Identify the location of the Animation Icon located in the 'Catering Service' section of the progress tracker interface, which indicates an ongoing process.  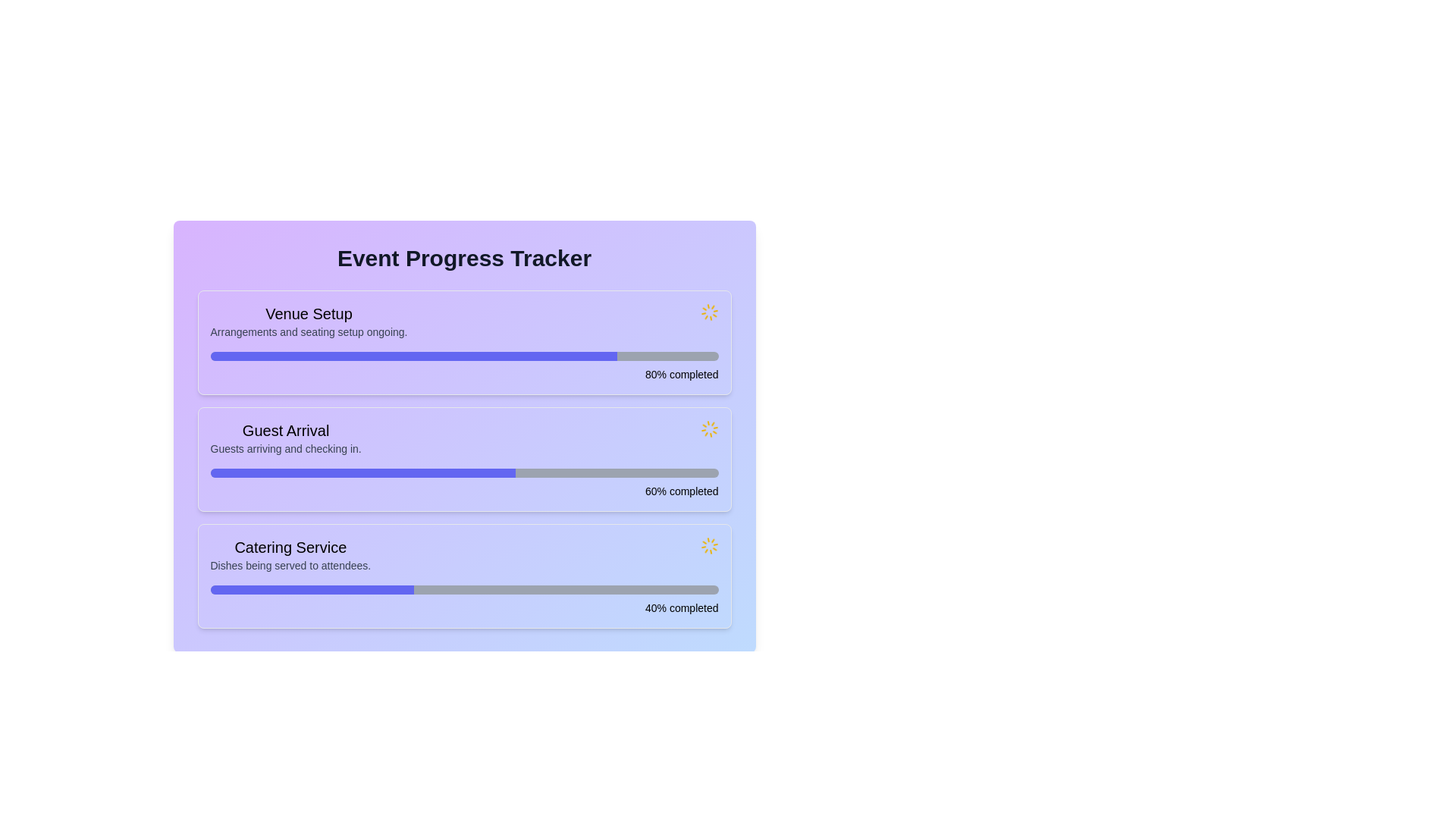
(708, 546).